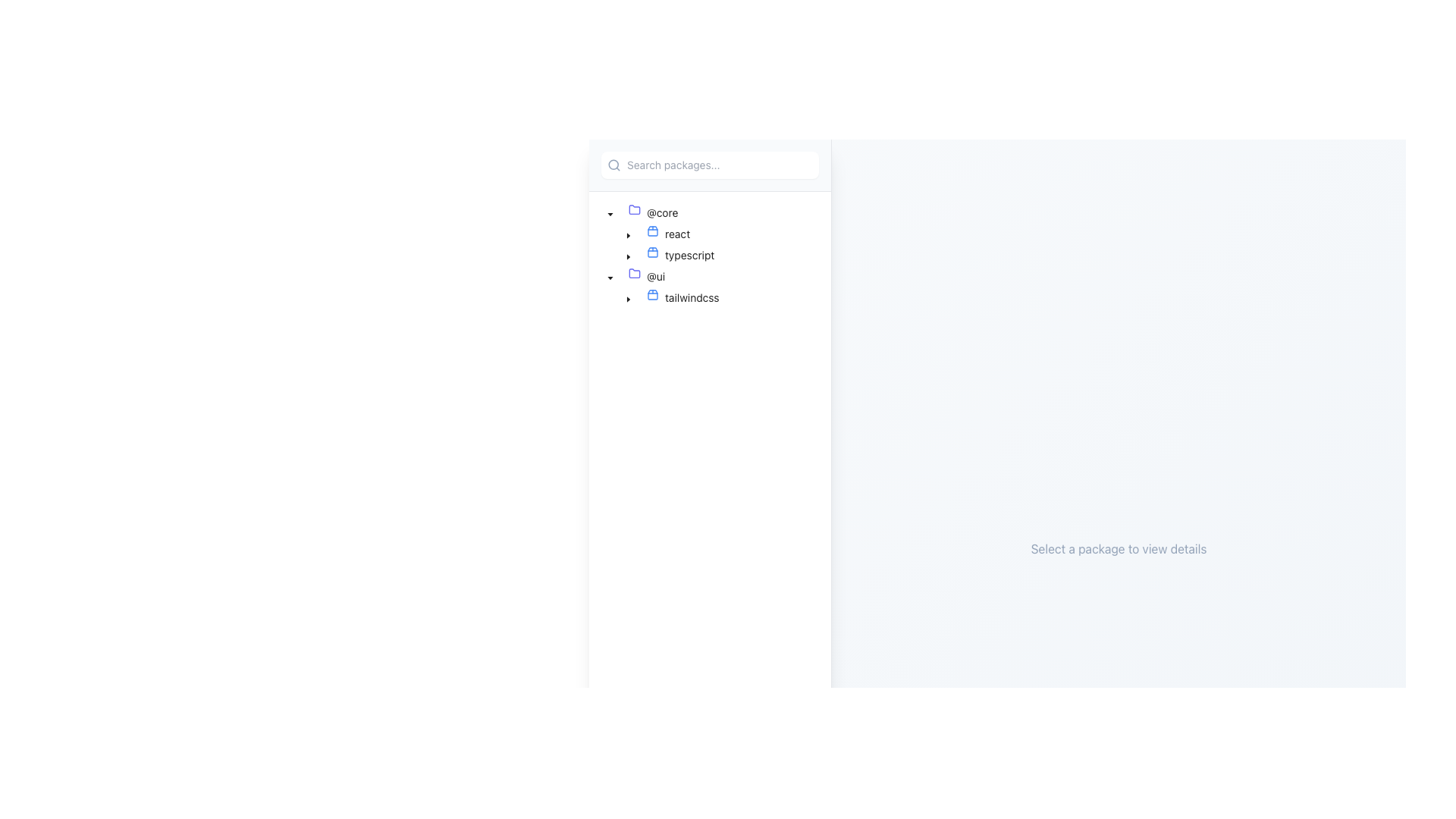 This screenshot has height=819, width=1456. What do you see at coordinates (610, 278) in the screenshot?
I see `the Dropdown Toggle Icon adjacent to the '@ui' folder label` at bounding box center [610, 278].